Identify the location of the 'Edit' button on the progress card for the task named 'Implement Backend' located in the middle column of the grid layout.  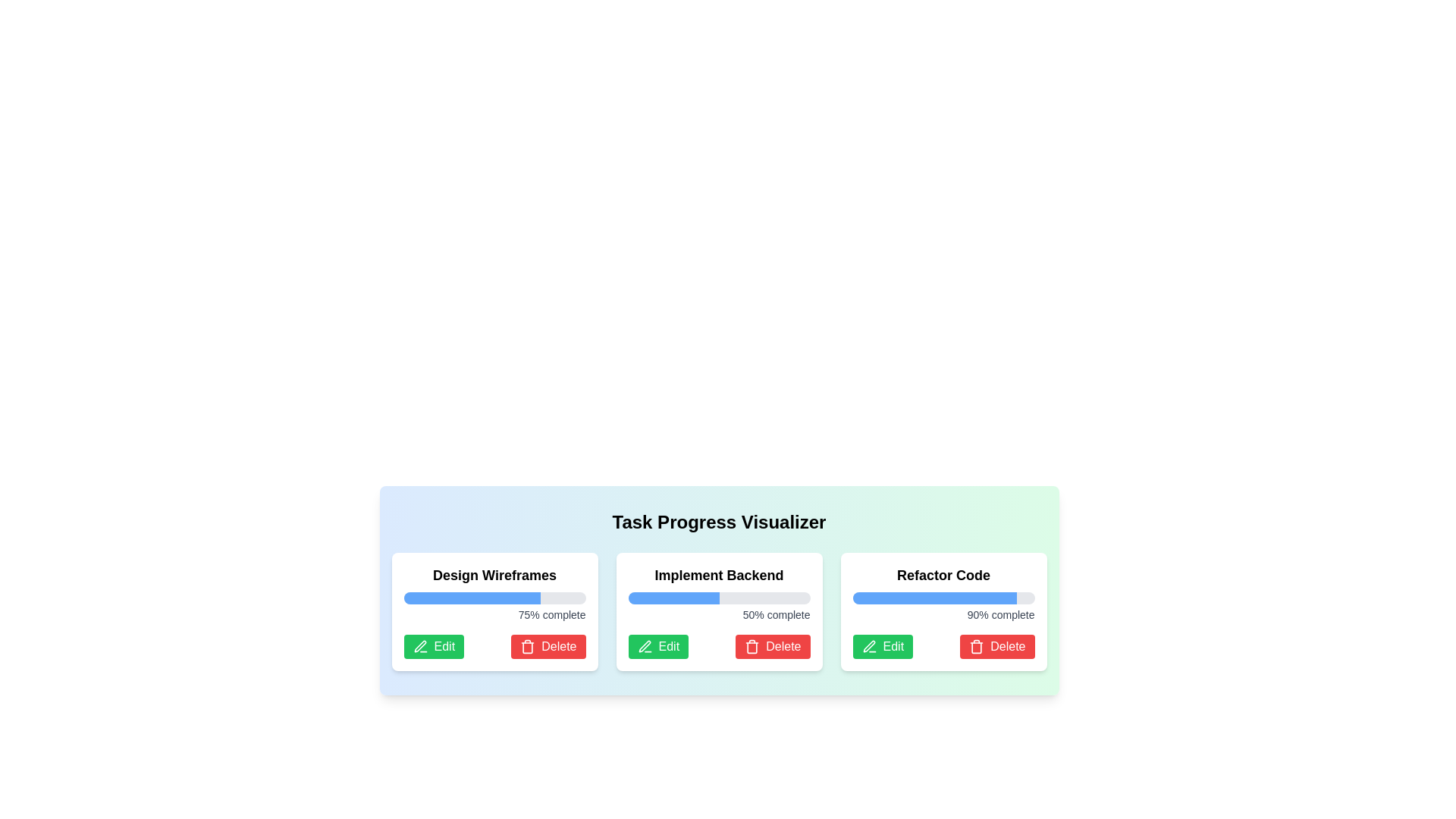
(718, 610).